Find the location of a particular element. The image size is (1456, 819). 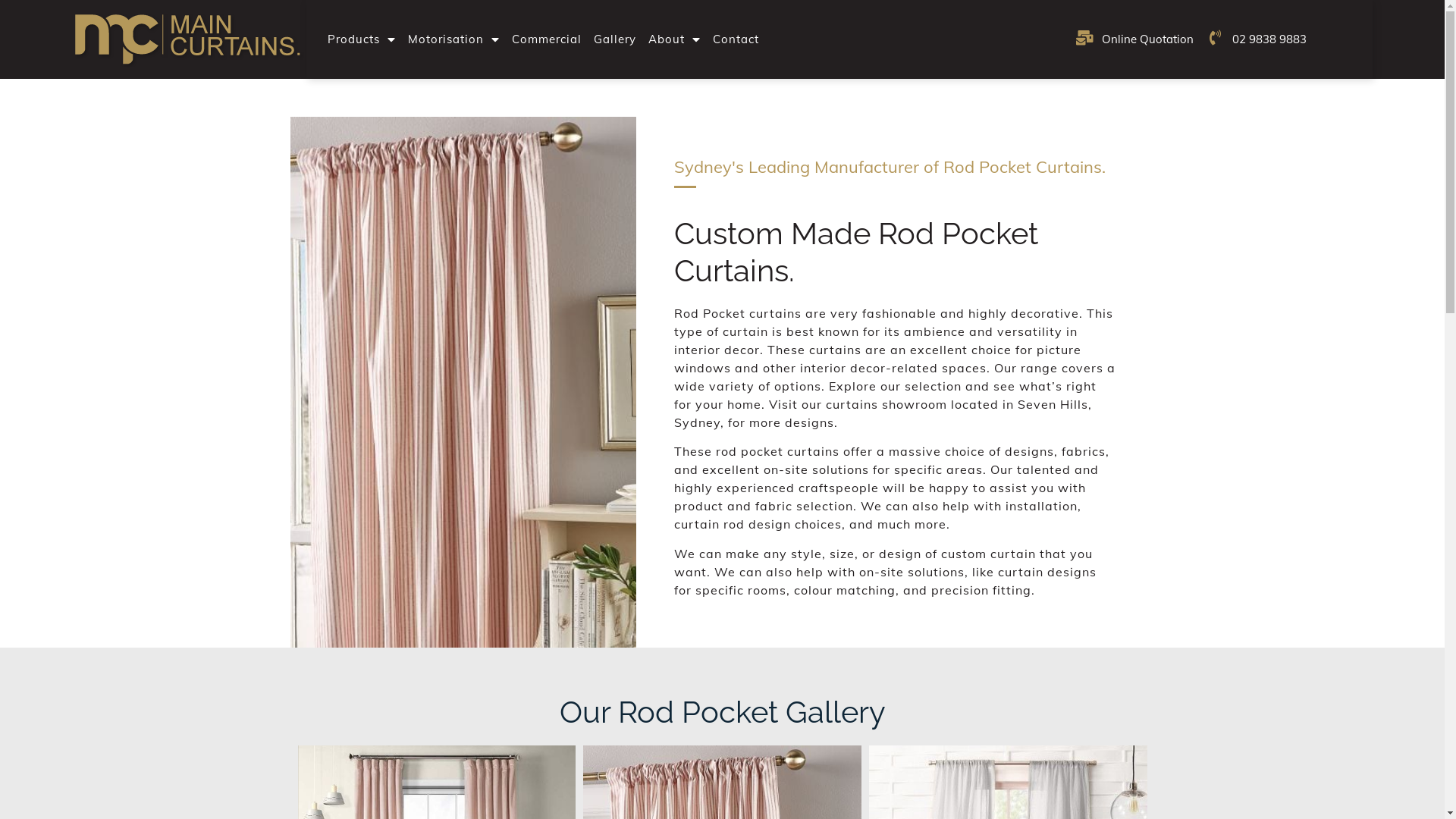

'Motorisation' is located at coordinates (401, 38).